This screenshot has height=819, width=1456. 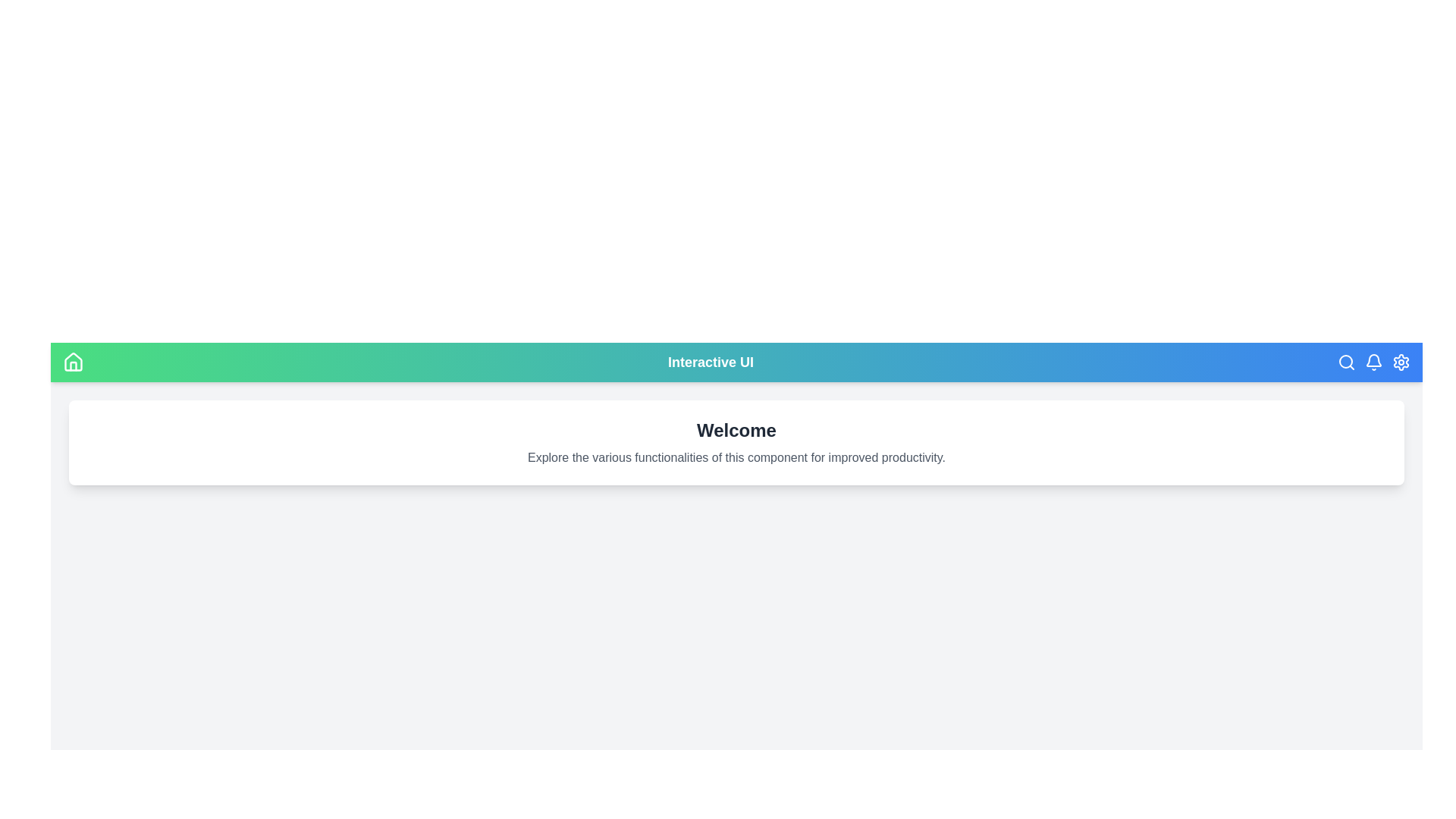 What do you see at coordinates (1401, 362) in the screenshot?
I see `the settings icon to open configuration options` at bounding box center [1401, 362].